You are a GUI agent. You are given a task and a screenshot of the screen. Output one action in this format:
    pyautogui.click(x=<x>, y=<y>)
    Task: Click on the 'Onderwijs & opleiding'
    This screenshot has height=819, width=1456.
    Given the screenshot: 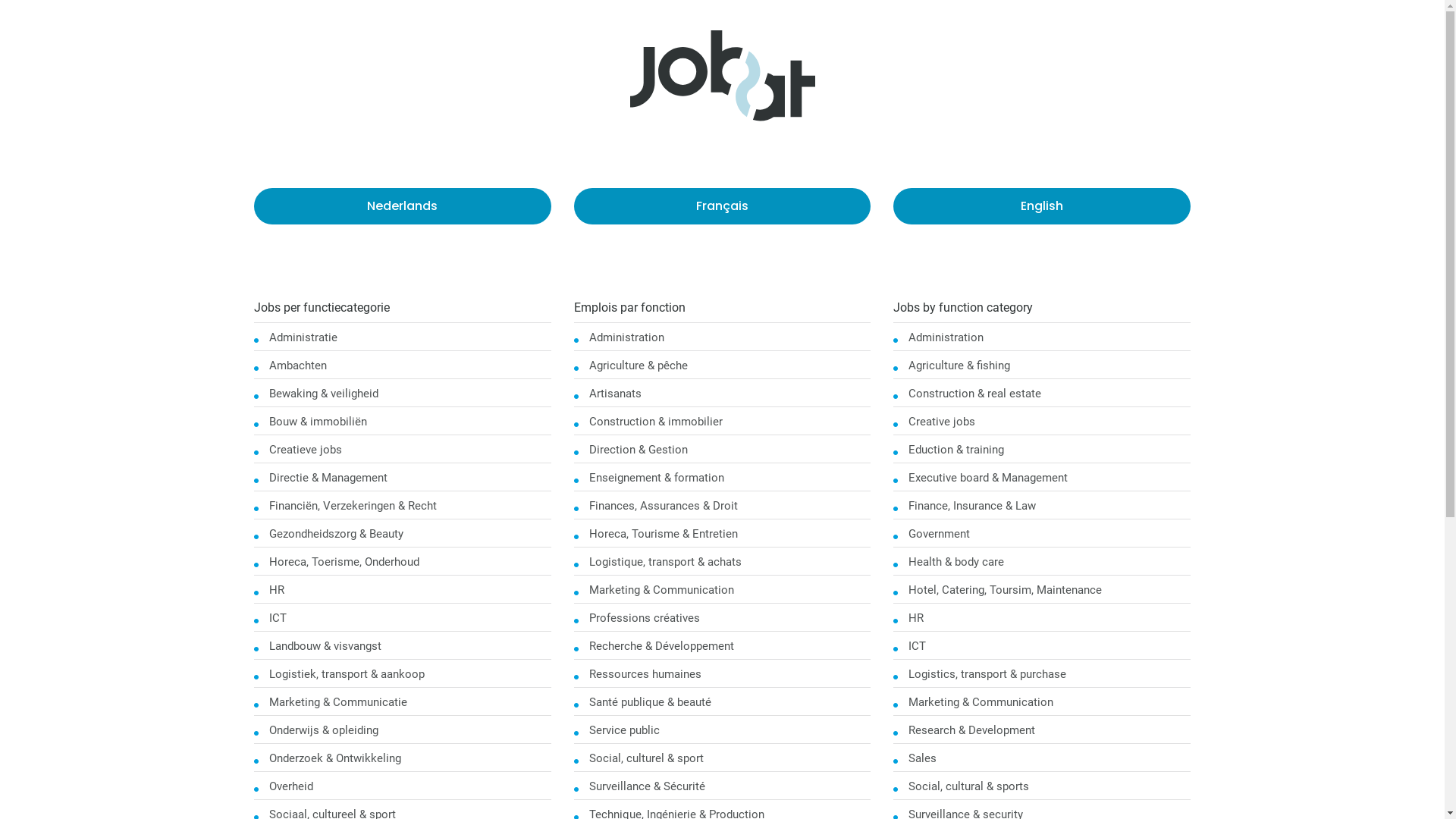 What is the action you would take?
    pyautogui.click(x=269, y=730)
    